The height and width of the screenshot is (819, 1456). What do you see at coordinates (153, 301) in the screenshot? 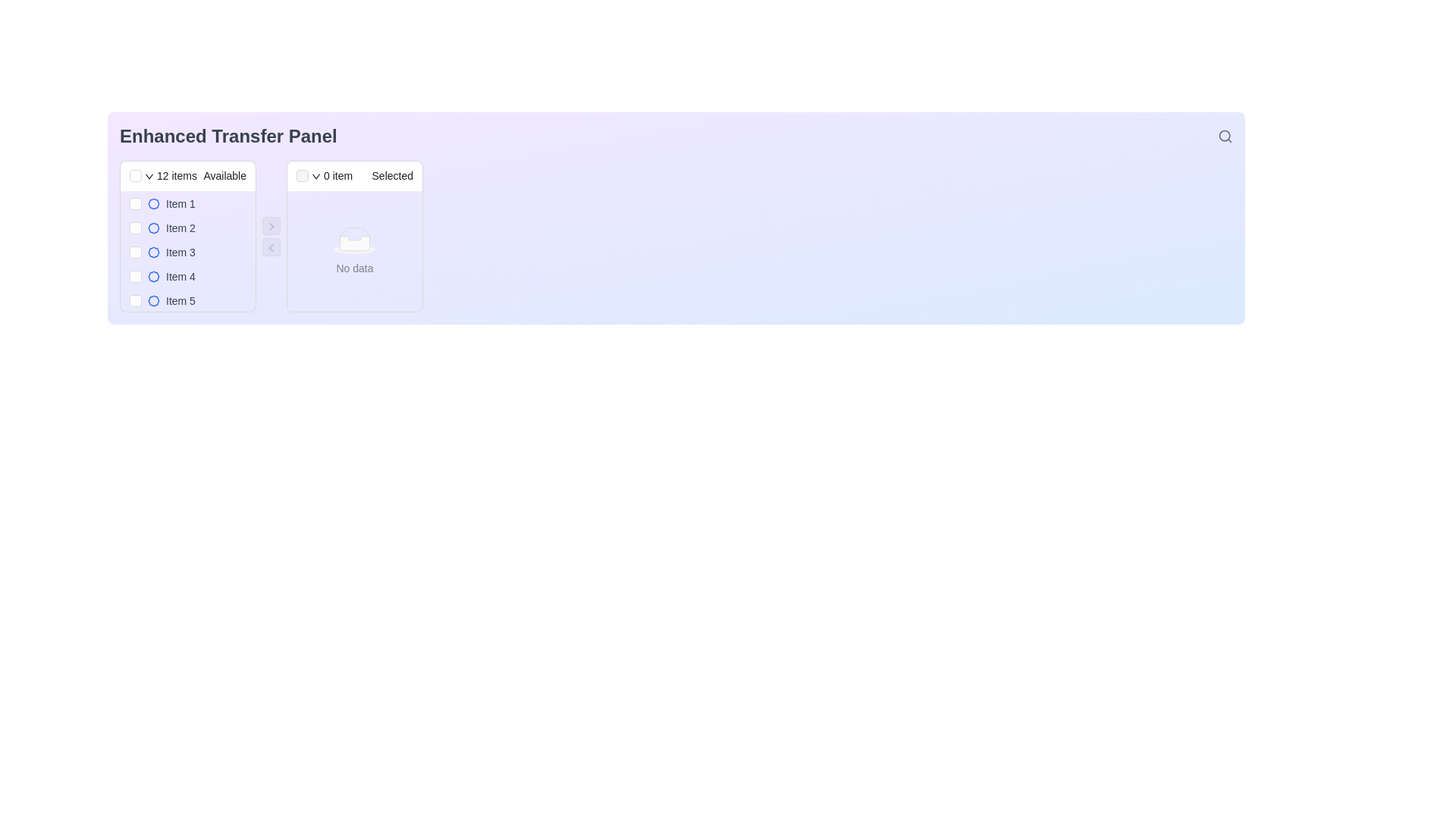
I see `the decorative icon associated with 'Item 5' located to the right of its checkbox and to the left of the text 'Item 5' in the 'Available' panel of the 'Enhanced Transfer Panel'` at bounding box center [153, 301].